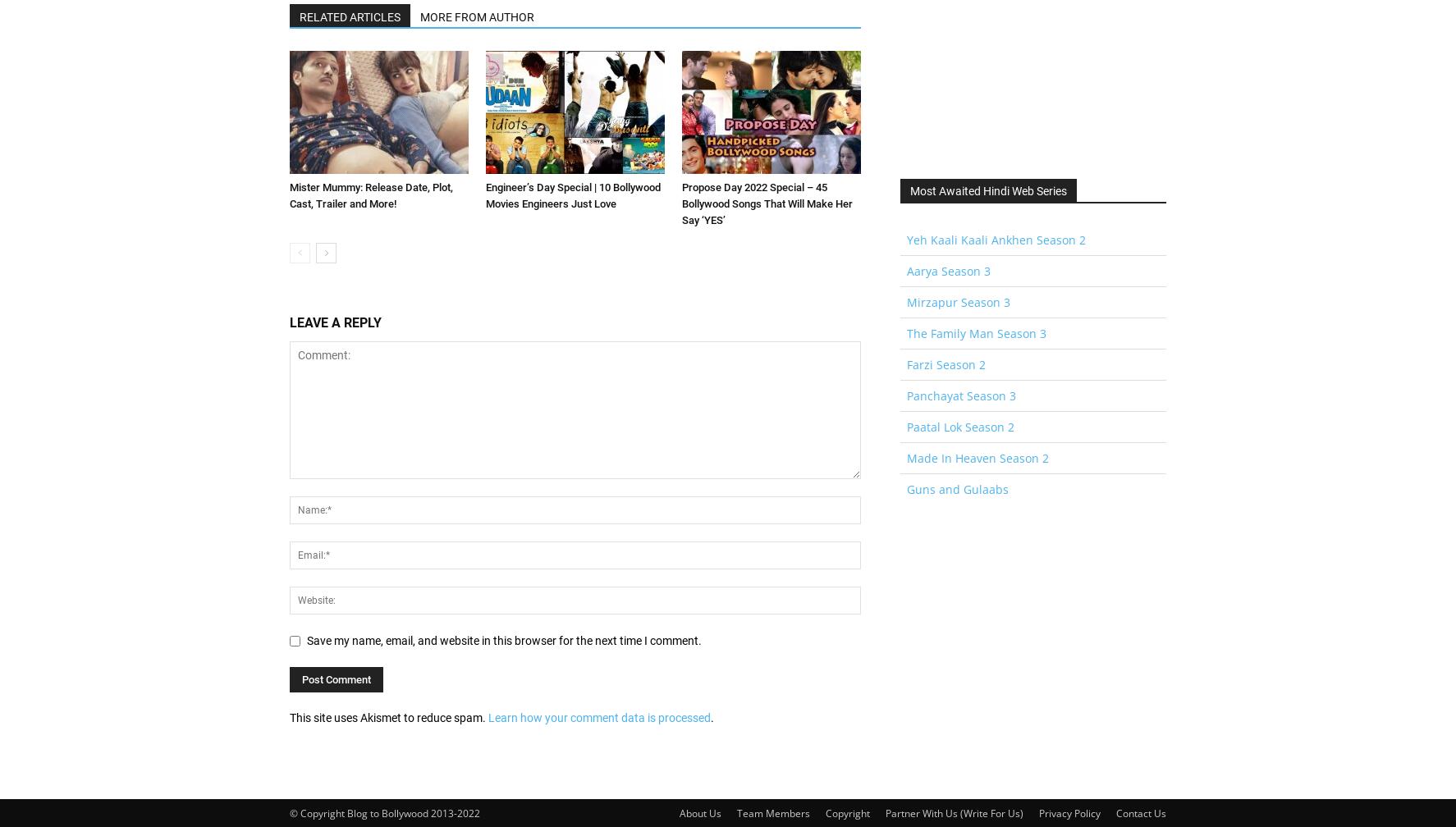  What do you see at coordinates (960, 427) in the screenshot?
I see `'Paatal Lok Season 2'` at bounding box center [960, 427].